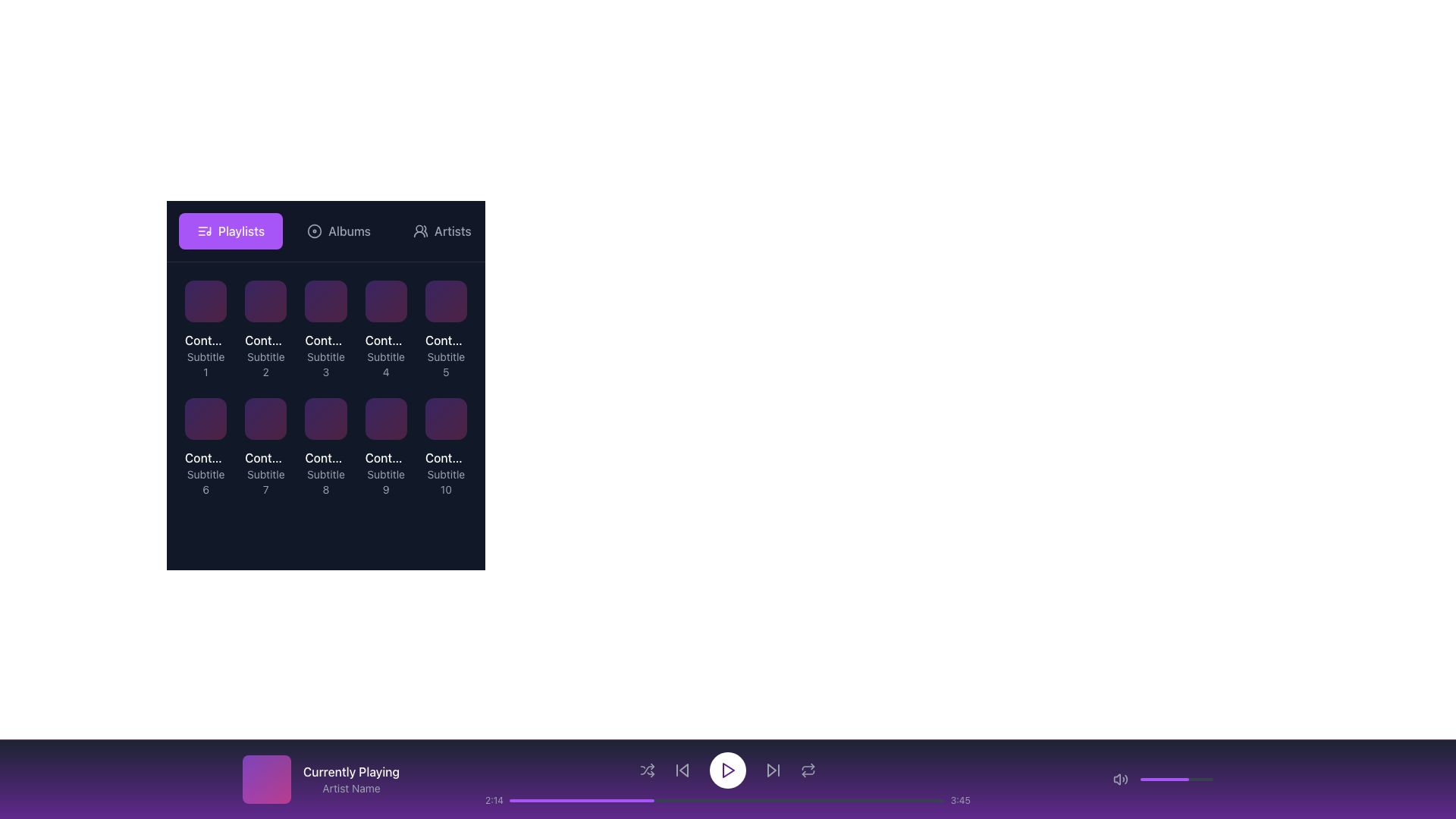 The height and width of the screenshot is (819, 1456). Describe the element at coordinates (387, 447) in the screenshot. I see `the Play button icon, which is a rightward-pointing triangle outlined in an SVG image, located in the middle of the ninth item in the grid at the bottom of the main content section to initiate playback` at that location.